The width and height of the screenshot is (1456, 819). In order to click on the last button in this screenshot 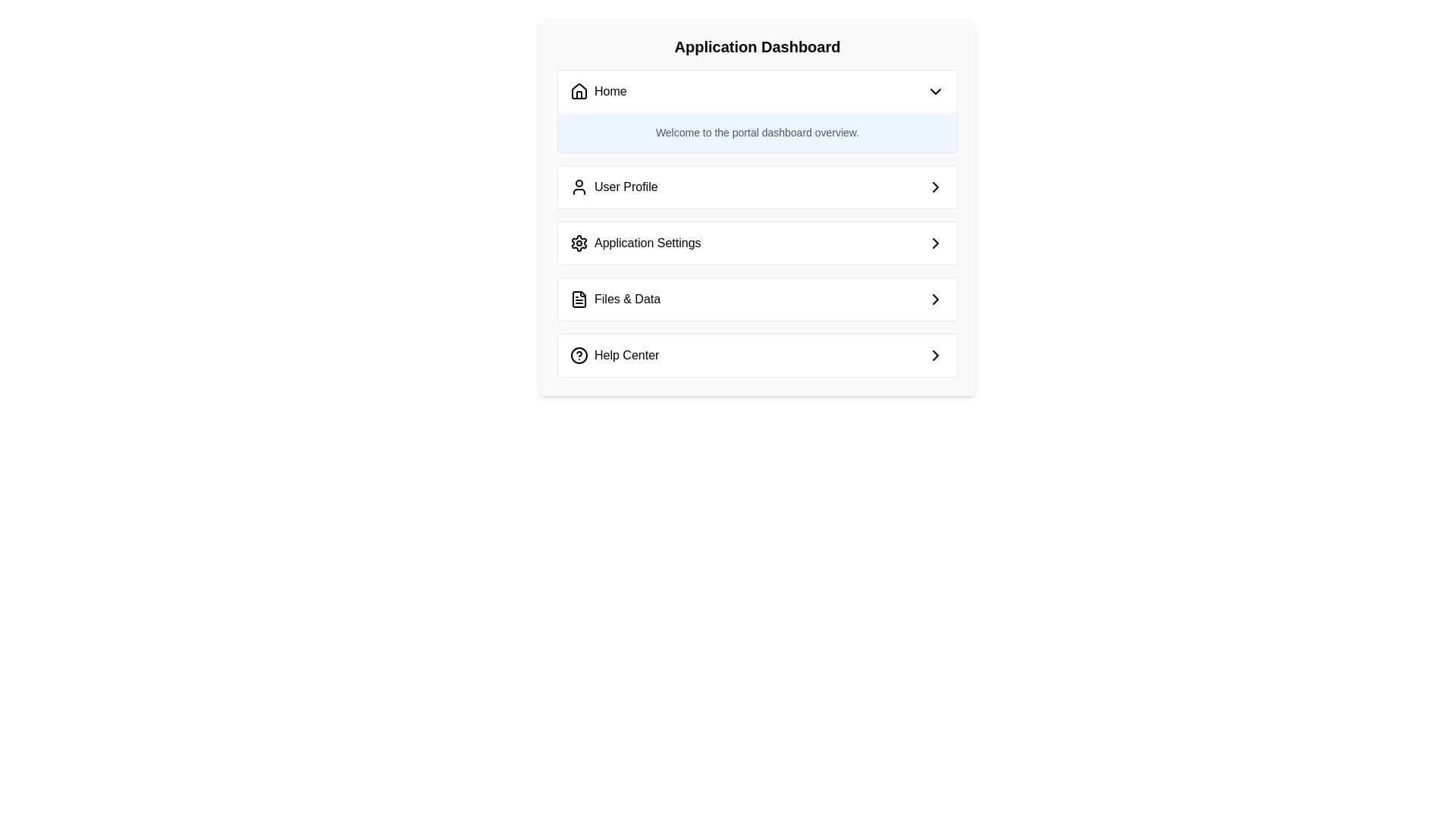, I will do `click(757, 356)`.